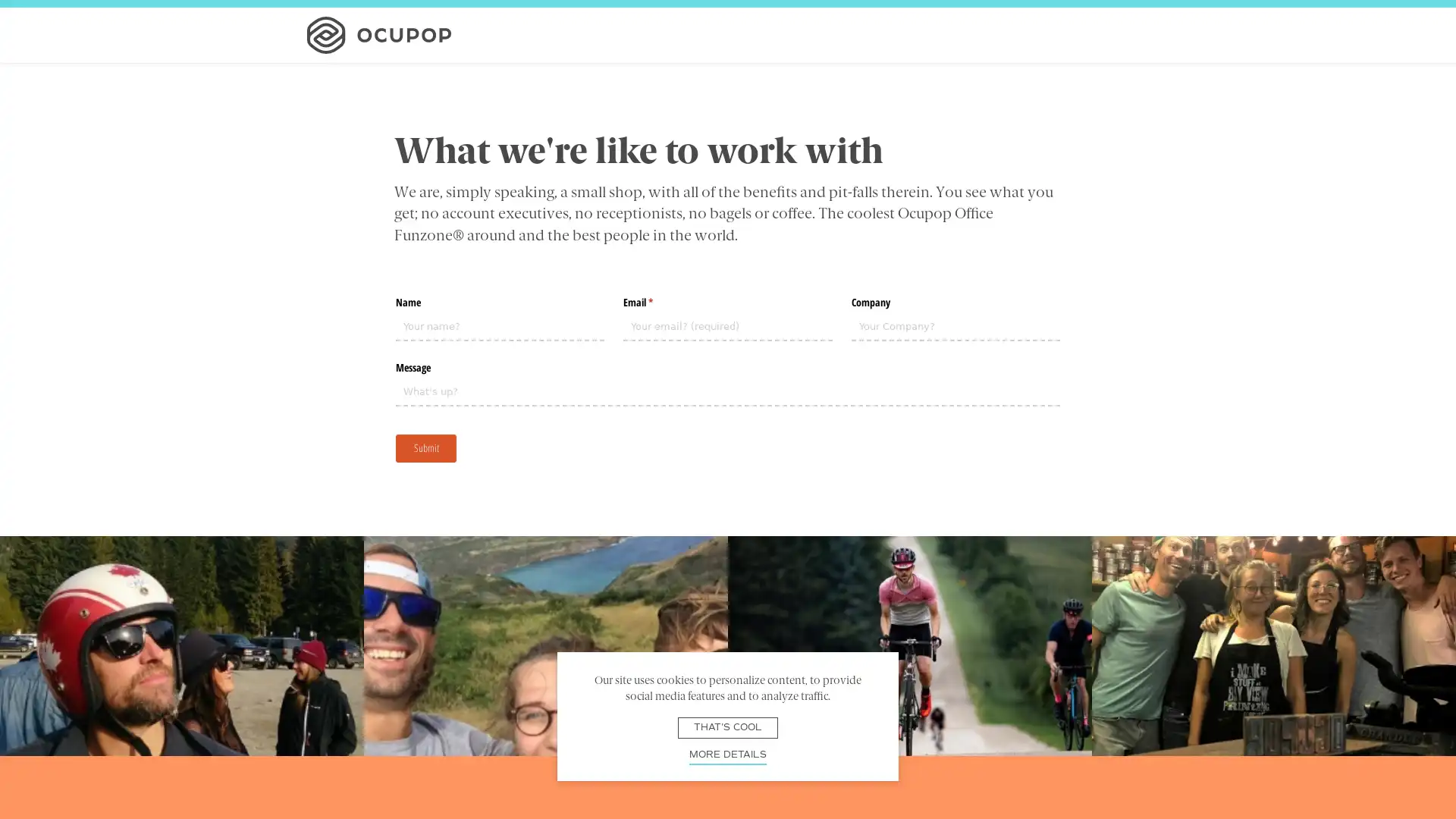 Image resolution: width=1456 pixels, height=819 pixels. I want to click on Submit, so click(425, 447).